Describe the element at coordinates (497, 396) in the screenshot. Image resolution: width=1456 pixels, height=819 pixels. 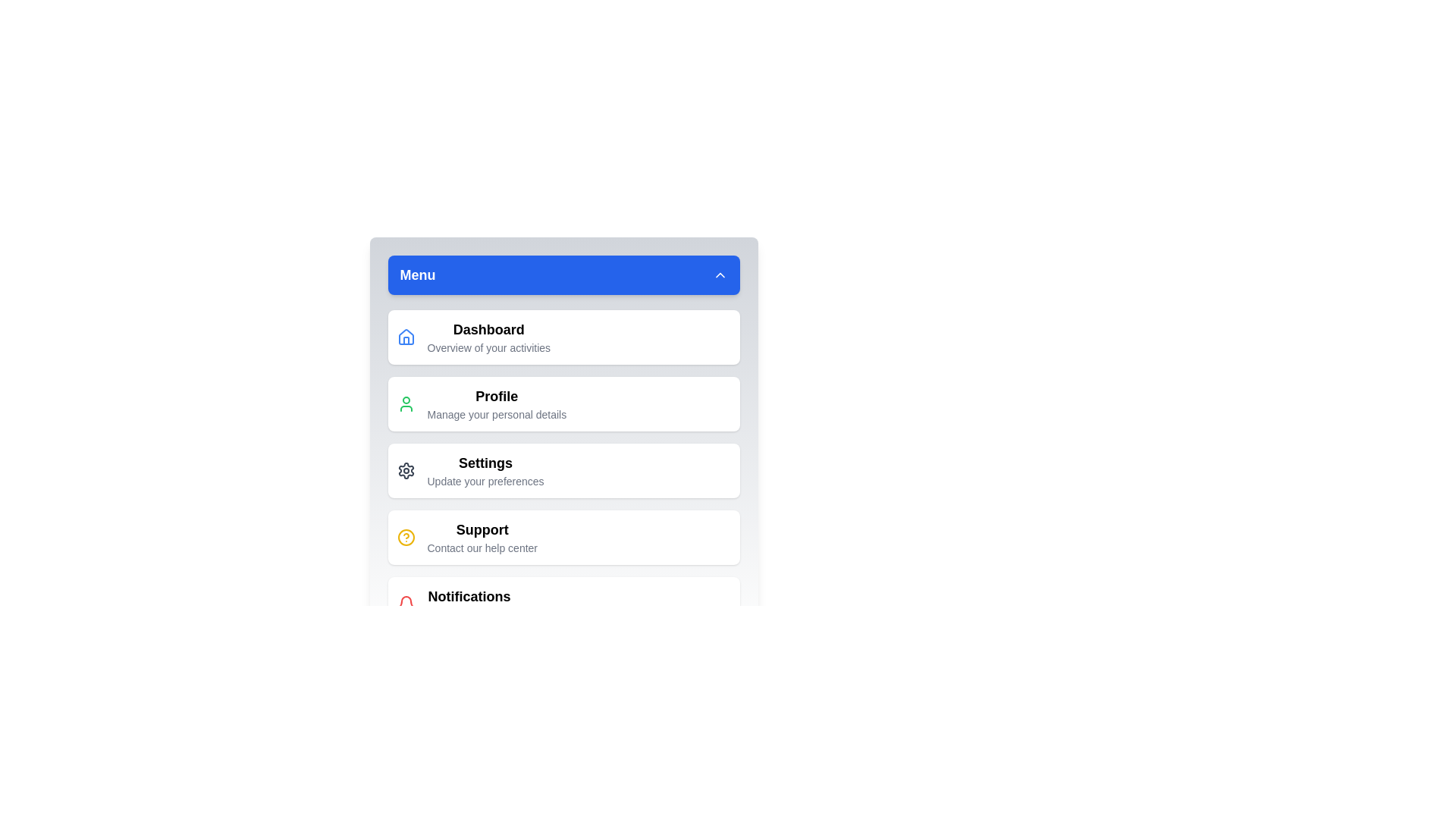
I see `the bold text label 'Profile' in the left navigation pane, which is styled with a strong typeface and black color` at that location.